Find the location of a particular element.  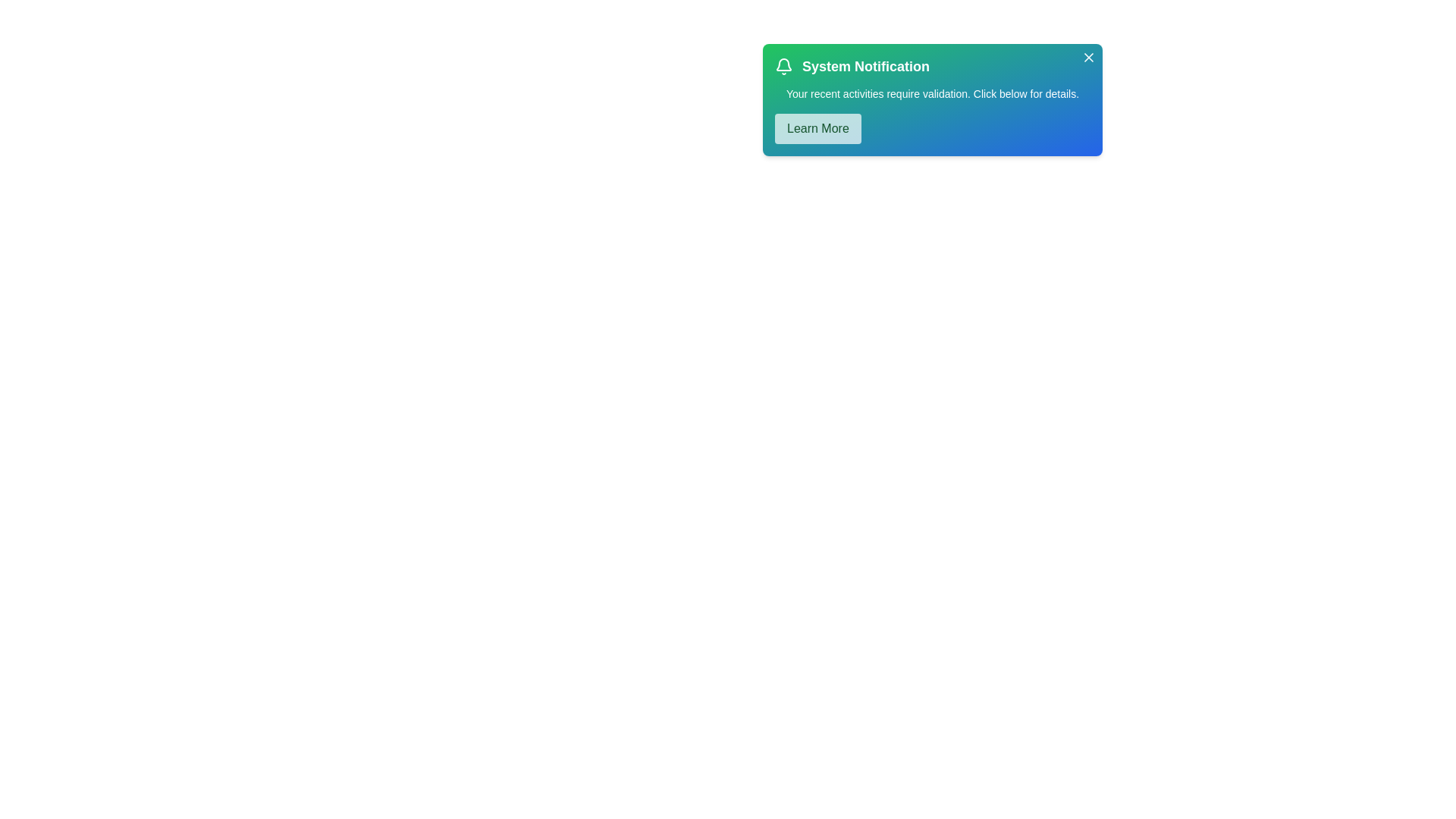

the 'Learn More' button is located at coordinates (817, 127).